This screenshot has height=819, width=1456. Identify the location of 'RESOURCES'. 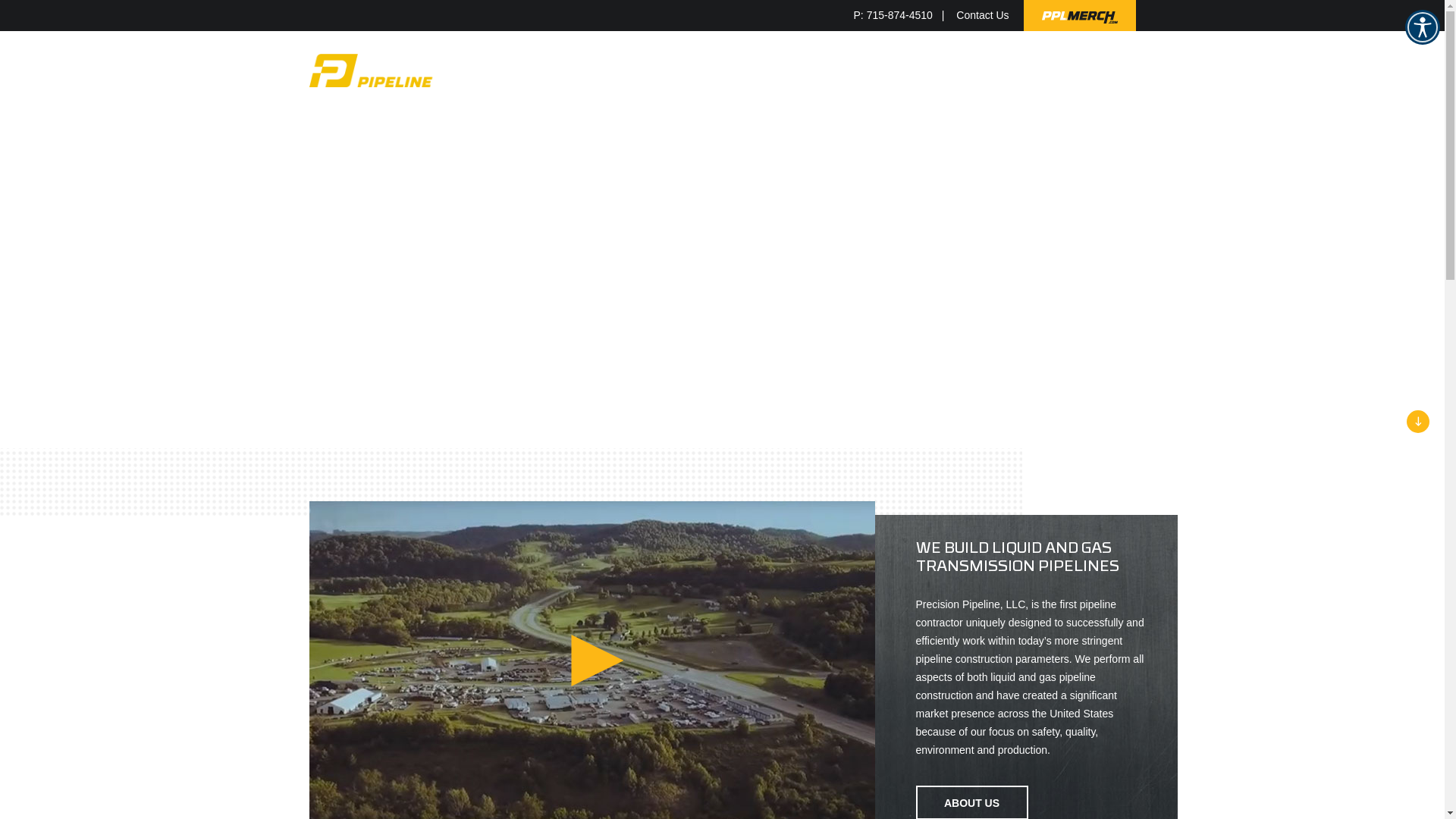
(907, 71).